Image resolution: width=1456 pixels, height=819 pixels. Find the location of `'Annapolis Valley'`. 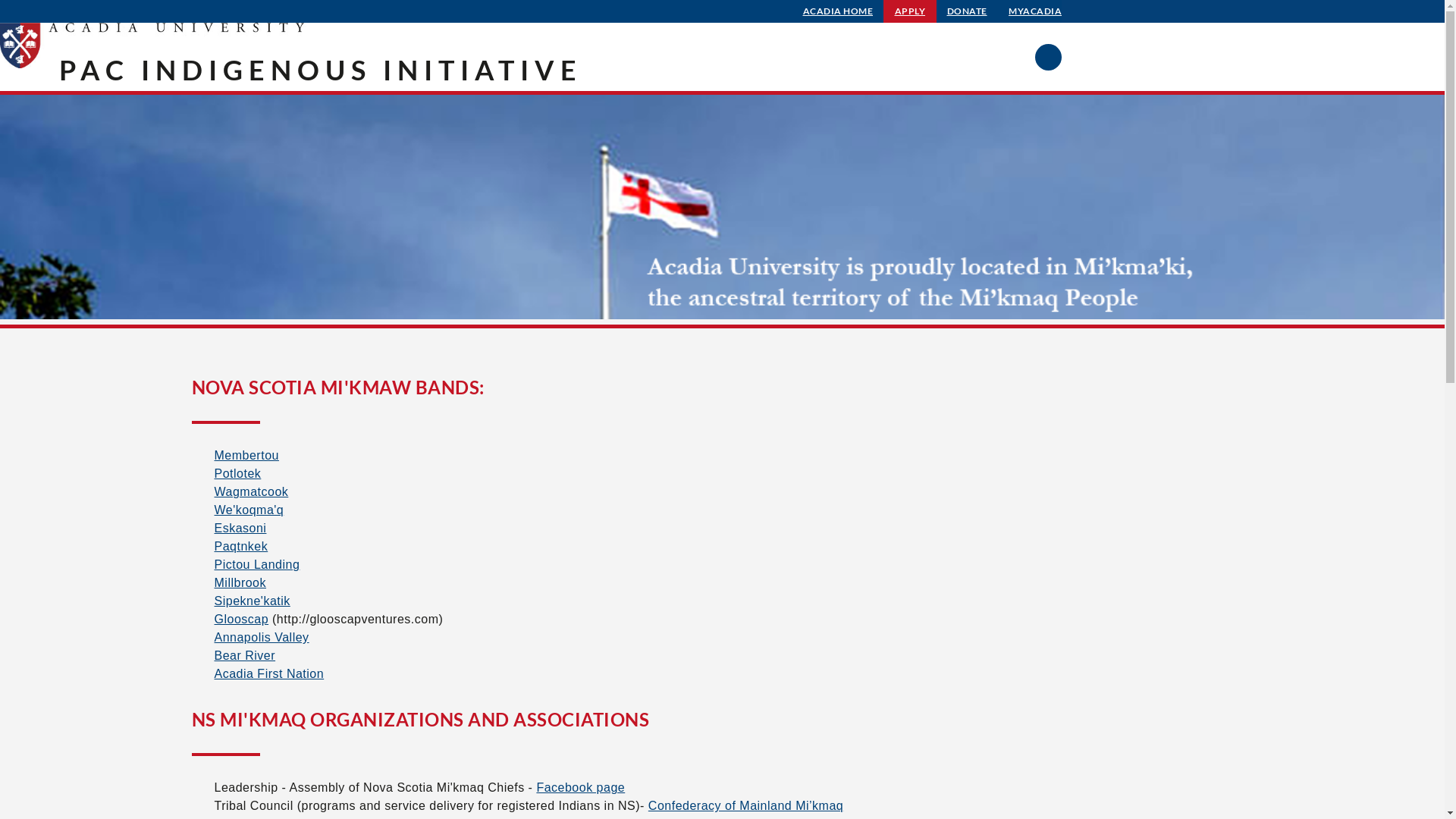

'Annapolis Valley' is located at coordinates (261, 637).